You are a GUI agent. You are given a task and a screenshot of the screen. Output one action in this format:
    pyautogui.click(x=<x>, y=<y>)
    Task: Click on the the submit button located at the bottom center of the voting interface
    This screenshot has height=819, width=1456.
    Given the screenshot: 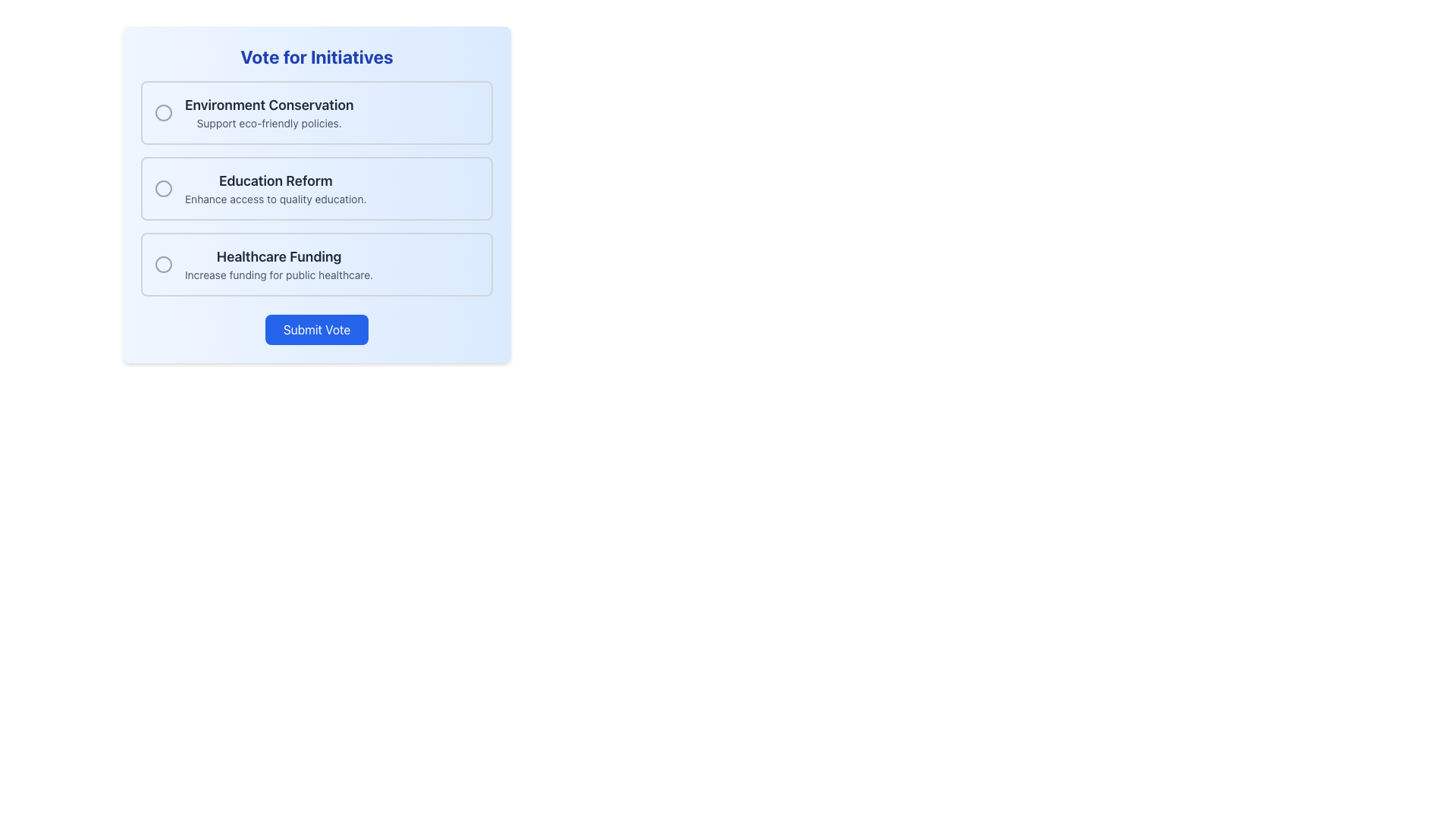 What is the action you would take?
    pyautogui.click(x=315, y=329)
    